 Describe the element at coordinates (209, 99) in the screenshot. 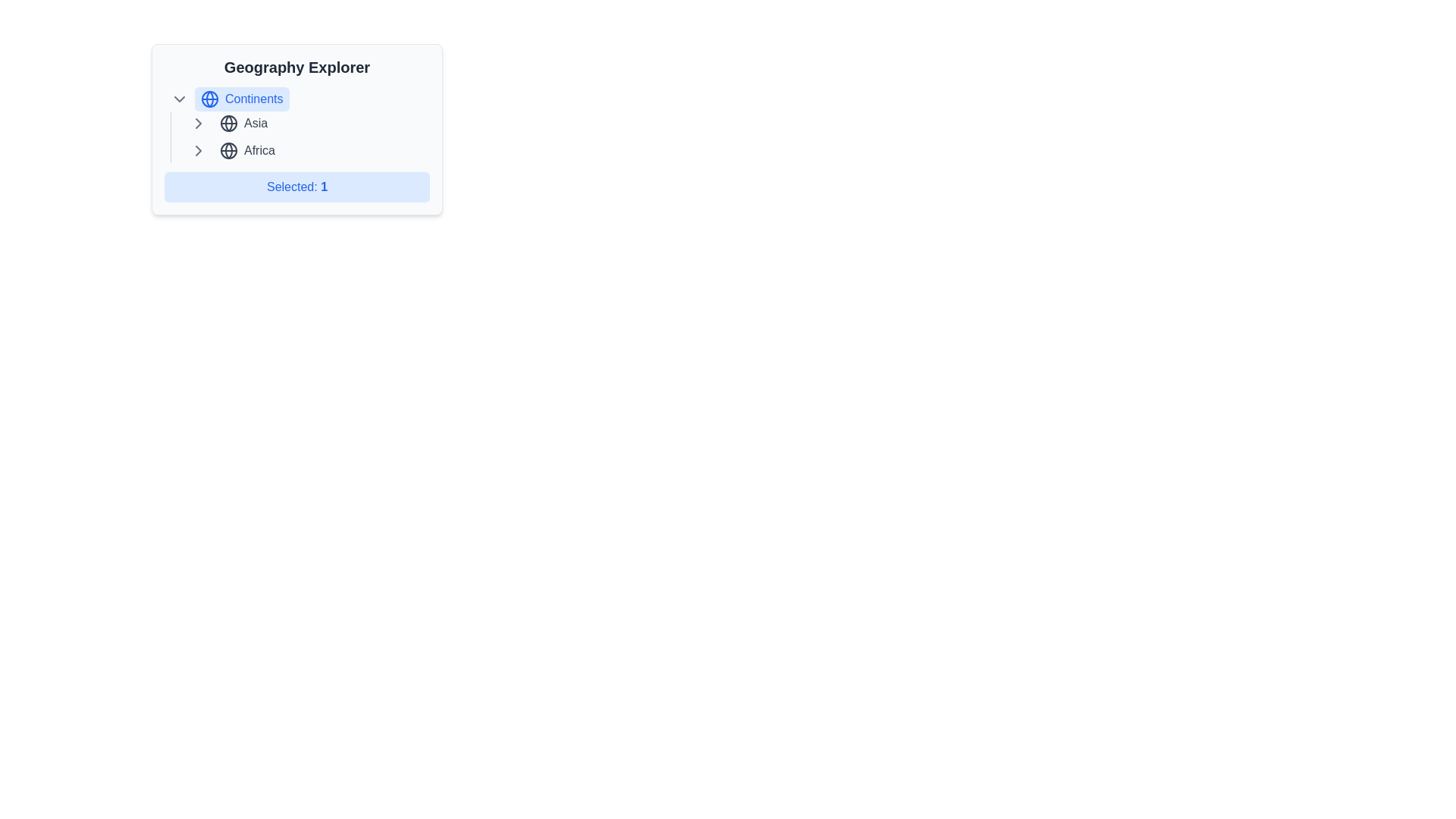

I see `the decorative circular vector graphic representing the globe icon located at the center of the SVG image adjacent to the text 'Continents'` at that location.